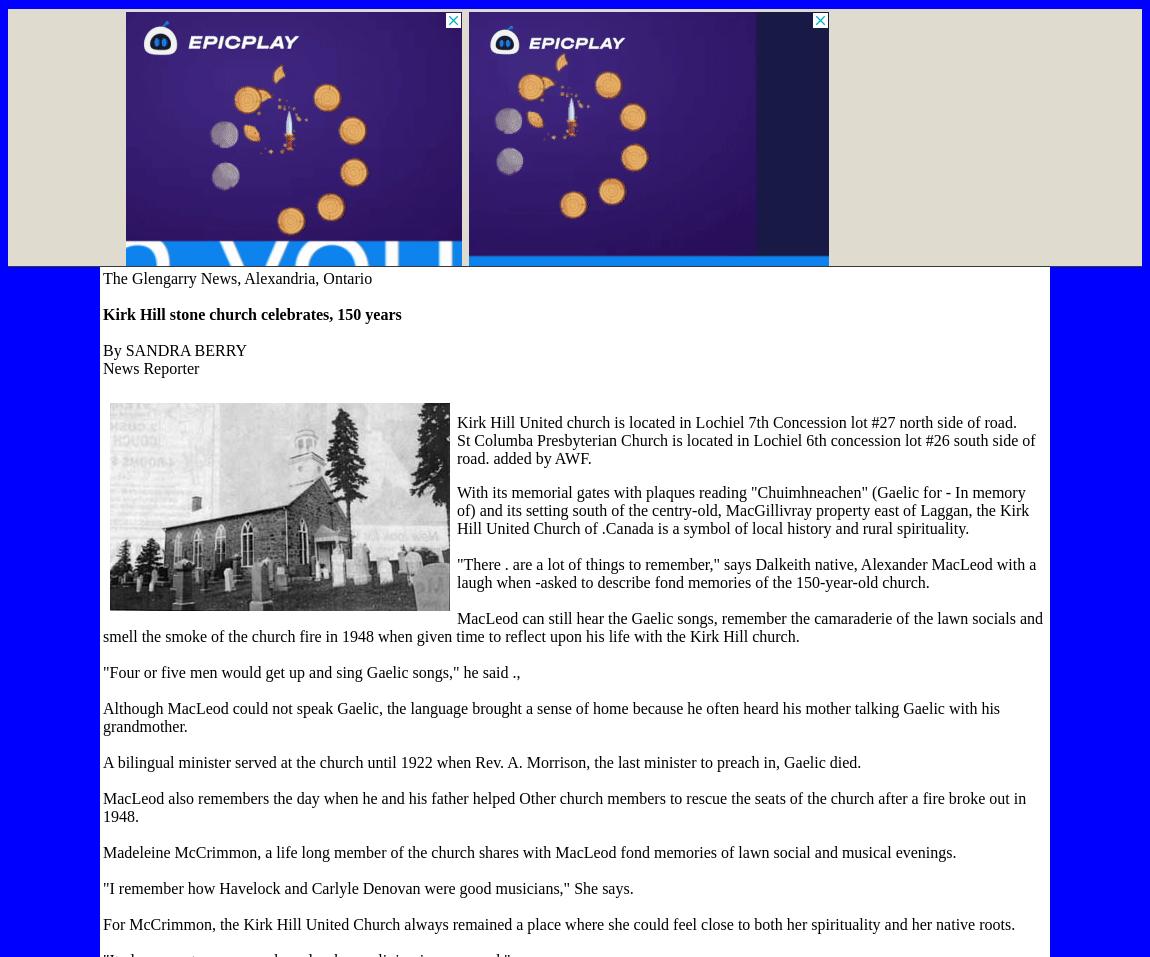 Image resolution: width=1150 pixels, height=957 pixels. What do you see at coordinates (551, 717) in the screenshot?
I see `'Although MacLeod  could not speak Gaelic, the language brought a sense of home because 
he often heard his mother  talking   Gaelic with his grandmother.'` at bounding box center [551, 717].